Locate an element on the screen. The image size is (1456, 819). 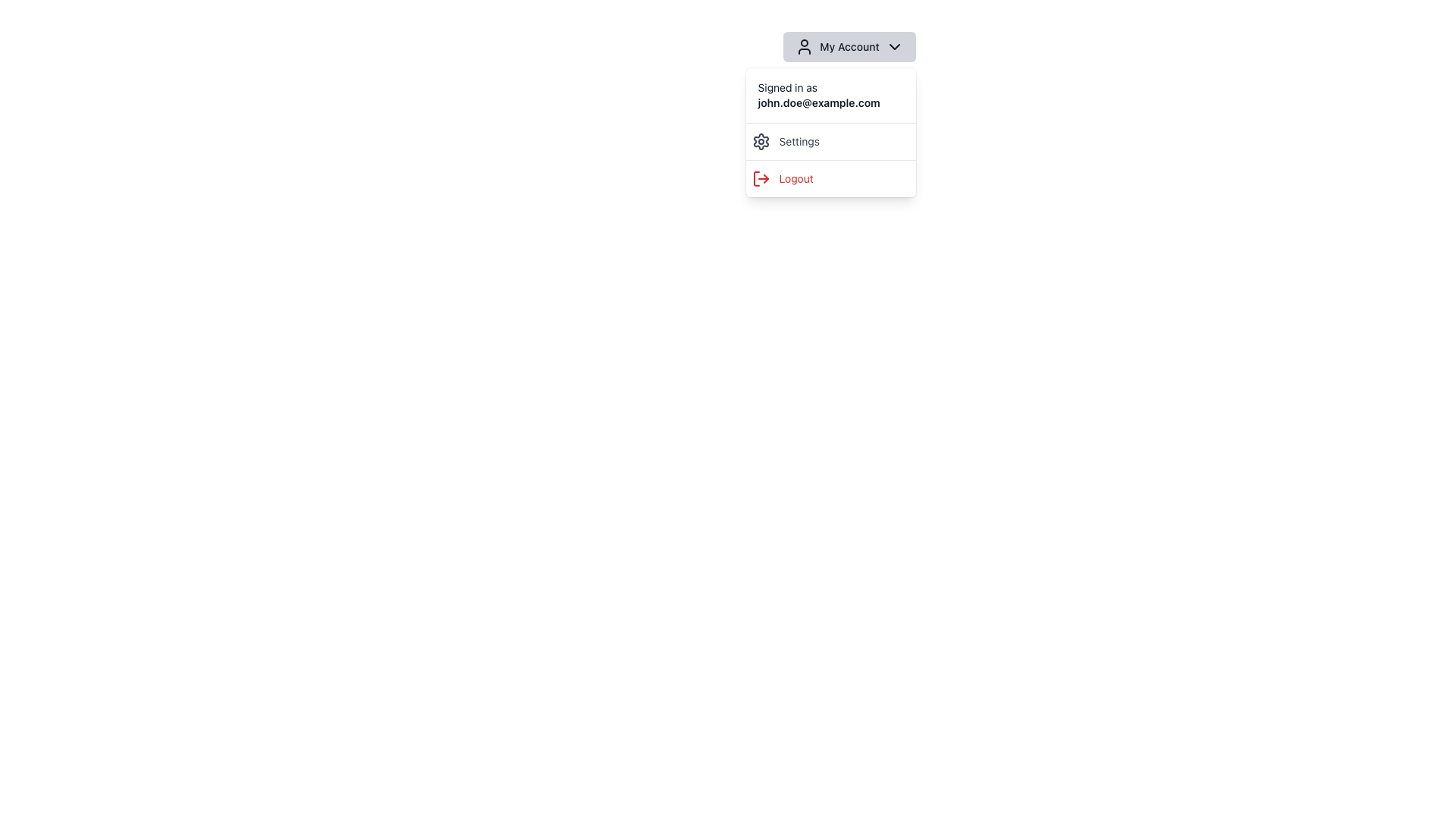
the rightward-facing arrow within the logout icon area of the dropdown menu is located at coordinates (766, 177).